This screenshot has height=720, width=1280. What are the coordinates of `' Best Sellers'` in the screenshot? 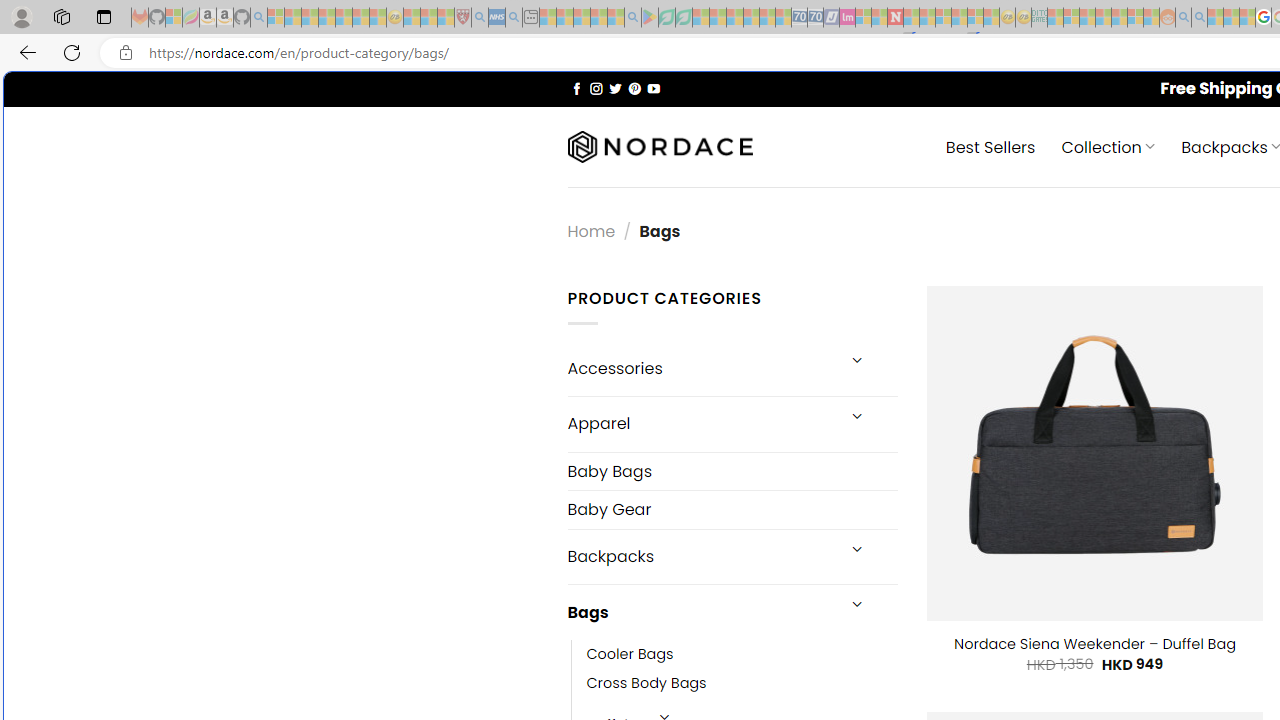 It's located at (990, 145).